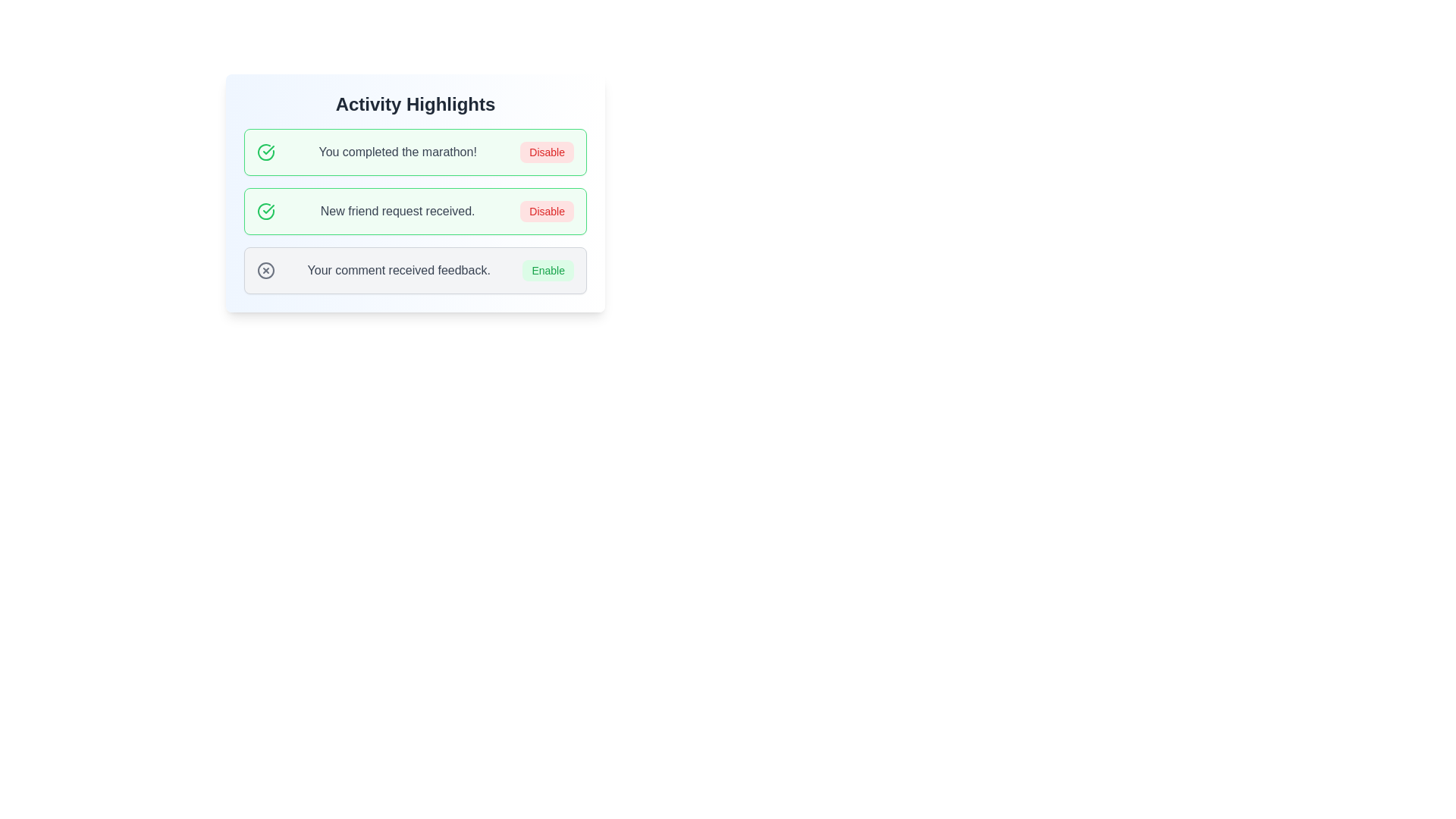 This screenshot has height=819, width=1456. I want to click on the completion indicator icon located at the leftmost position of the row within the box that contains the text 'You completed the marathon!' and the 'Disable' button, which is the first box under the title 'Activity Highlights.', so click(265, 152).